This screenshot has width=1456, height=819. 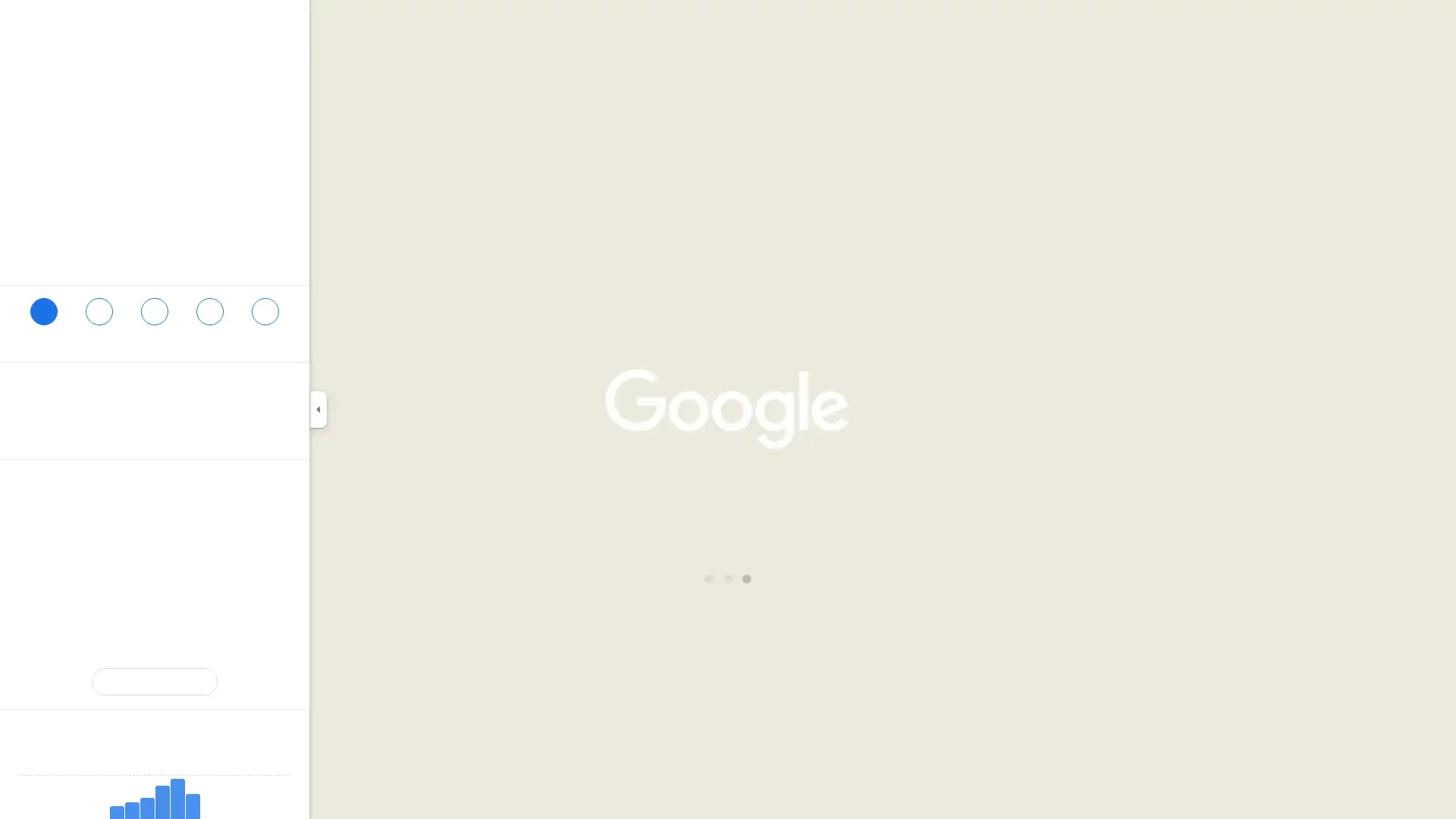 What do you see at coordinates (98, 317) in the screenshot?
I see `Save Every Thing Goes Book Cafe and Neighborhood Stage in your lists` at bounding box center [98, 317].